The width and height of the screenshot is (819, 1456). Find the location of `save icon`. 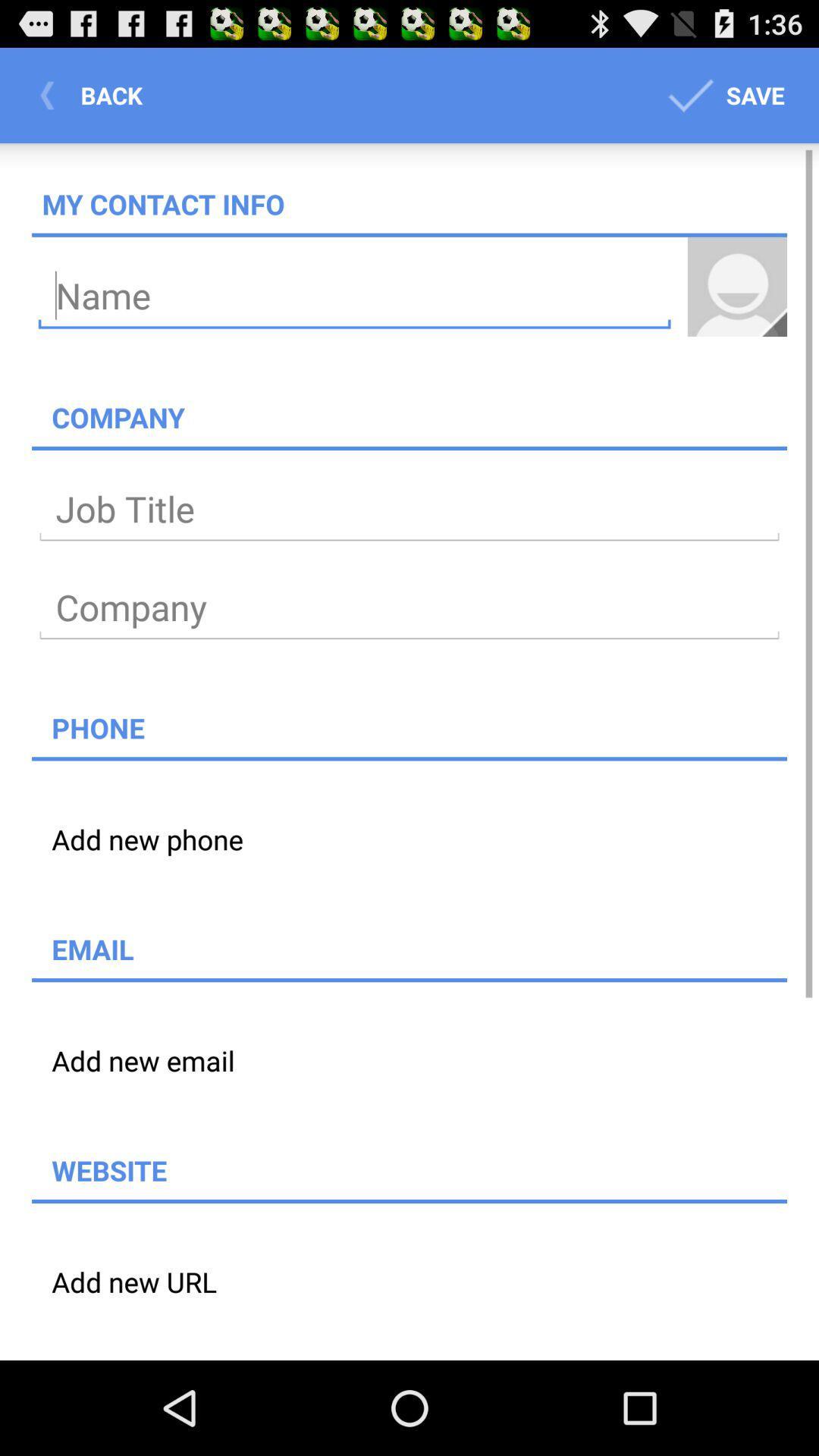

save icon is located at coordinates (722, 94).